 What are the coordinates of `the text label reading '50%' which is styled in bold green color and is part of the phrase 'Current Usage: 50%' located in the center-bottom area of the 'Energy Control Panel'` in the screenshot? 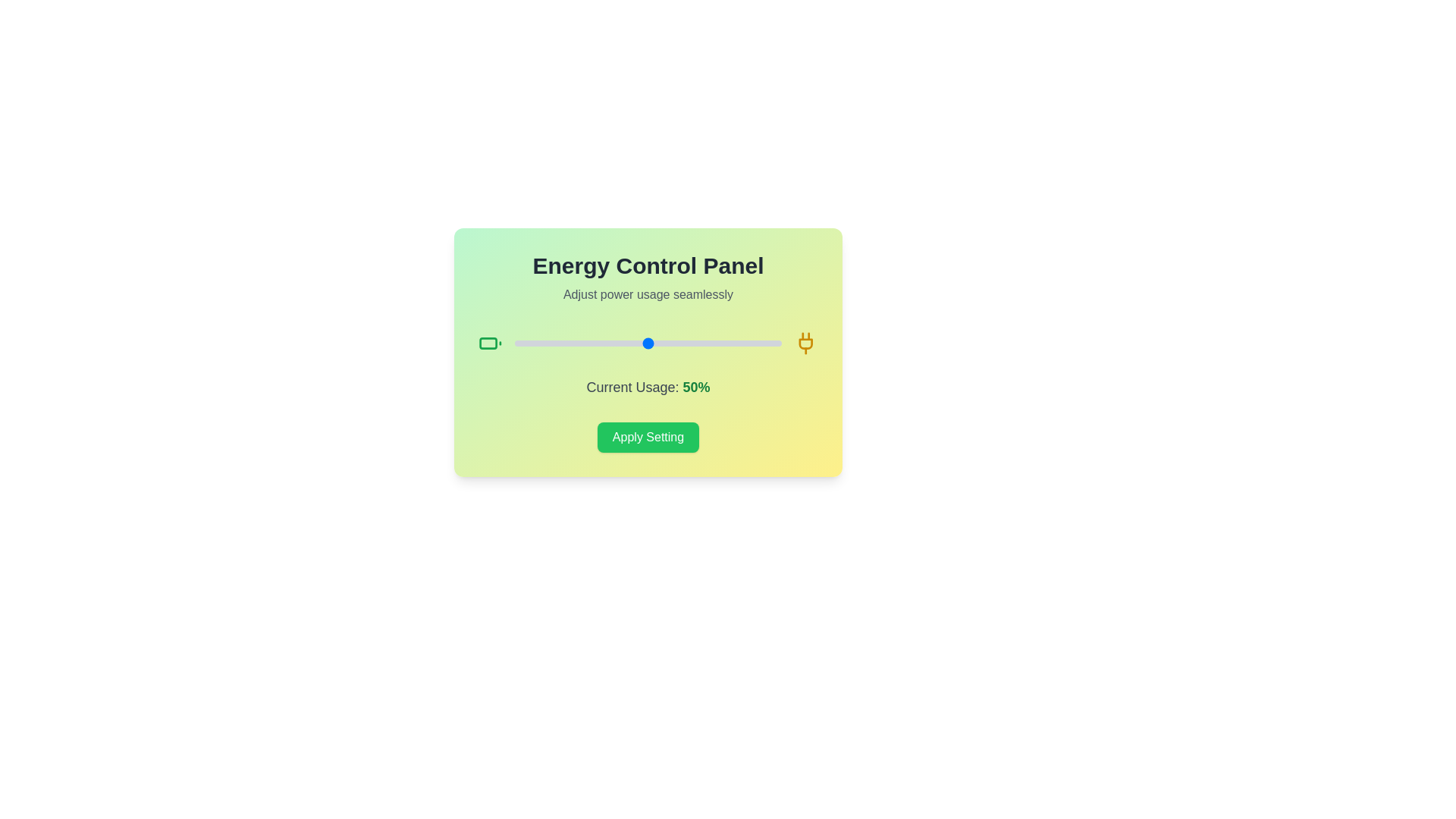 It's located at (695, 386).